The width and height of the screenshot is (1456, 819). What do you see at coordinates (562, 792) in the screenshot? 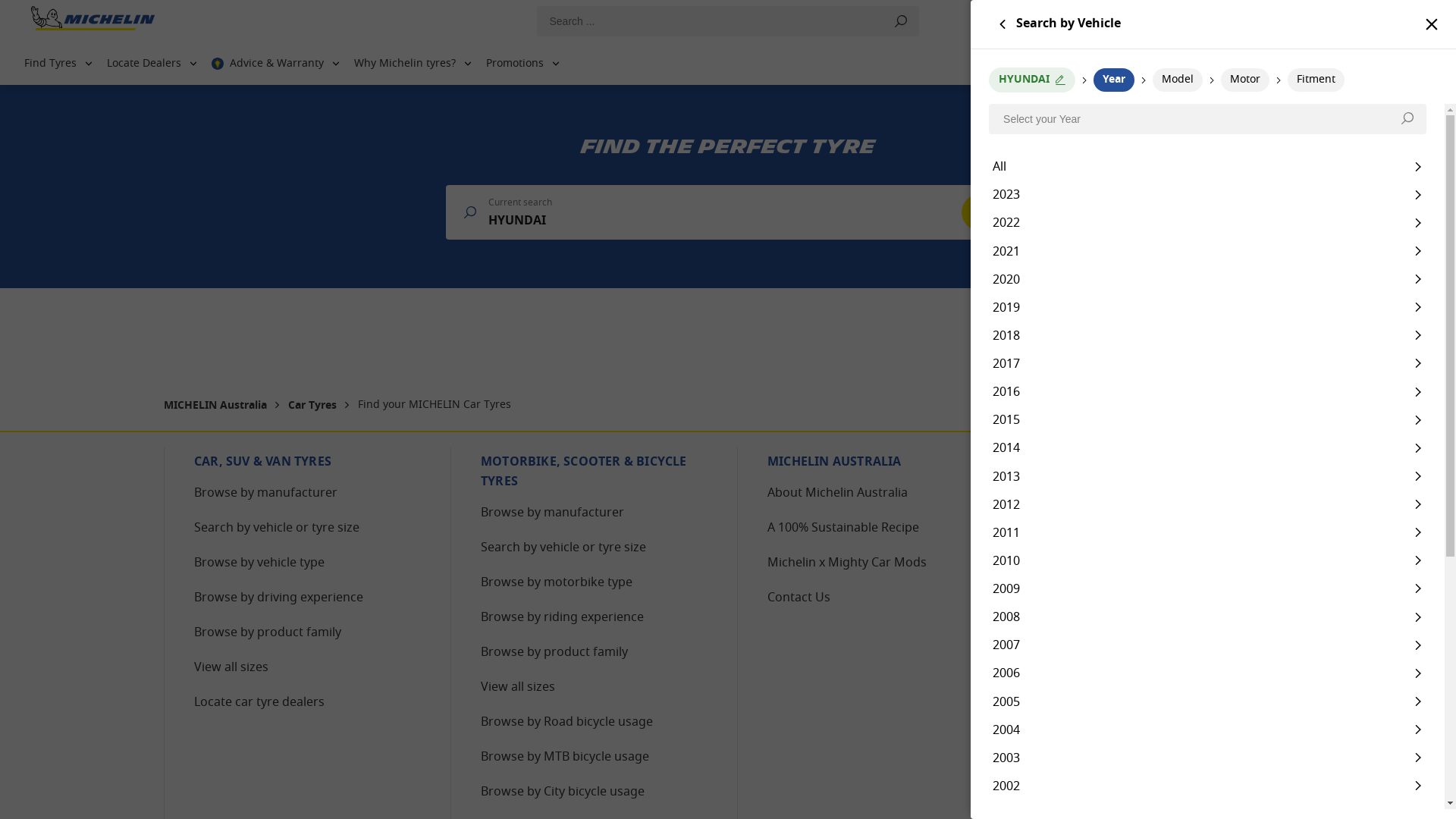
I see `'Browse by City bicycle usage'` at bounding box center [562, 792].